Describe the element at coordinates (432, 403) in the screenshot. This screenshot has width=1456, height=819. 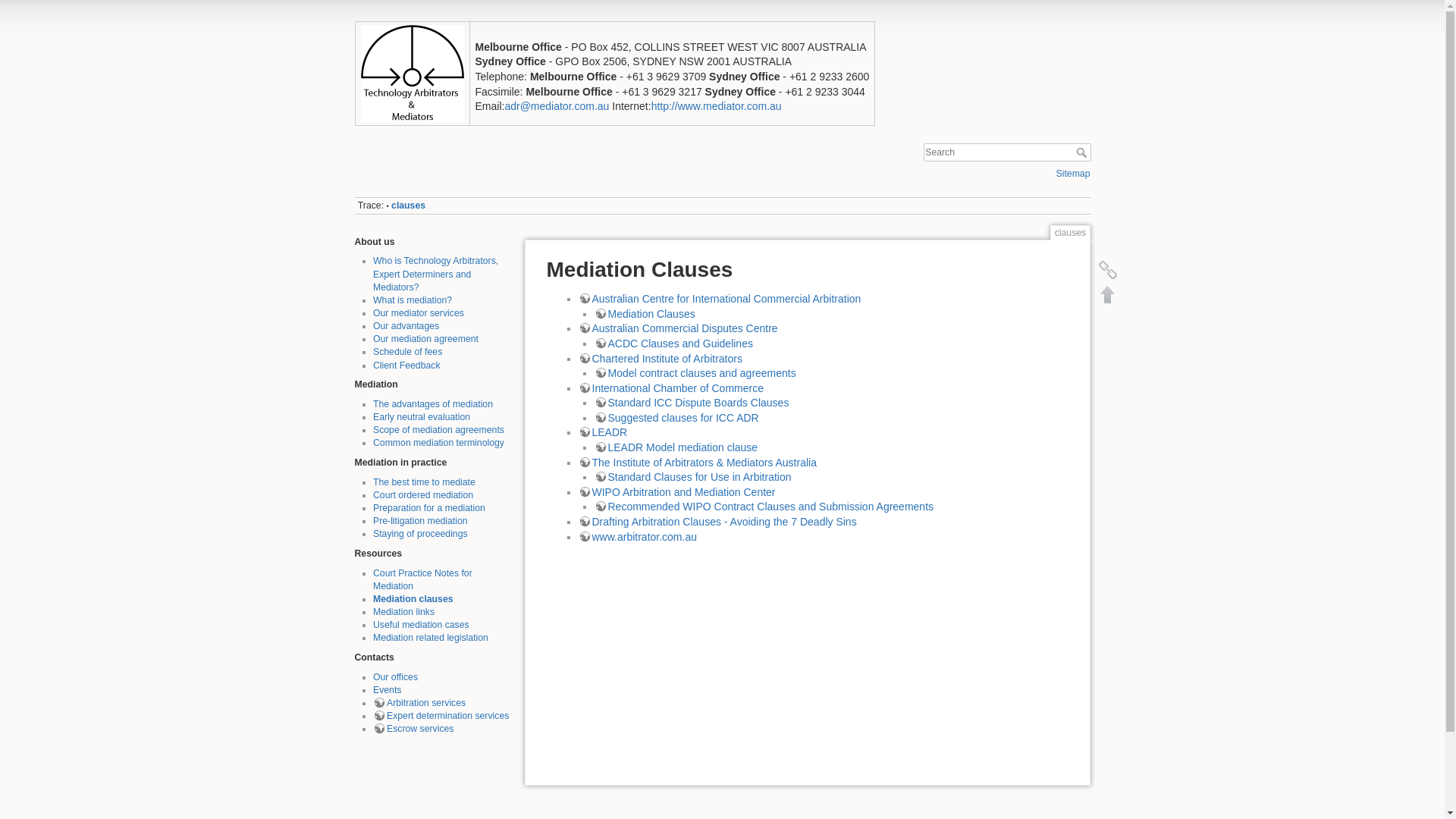
I see `'The advantages of mediation'` at that location.